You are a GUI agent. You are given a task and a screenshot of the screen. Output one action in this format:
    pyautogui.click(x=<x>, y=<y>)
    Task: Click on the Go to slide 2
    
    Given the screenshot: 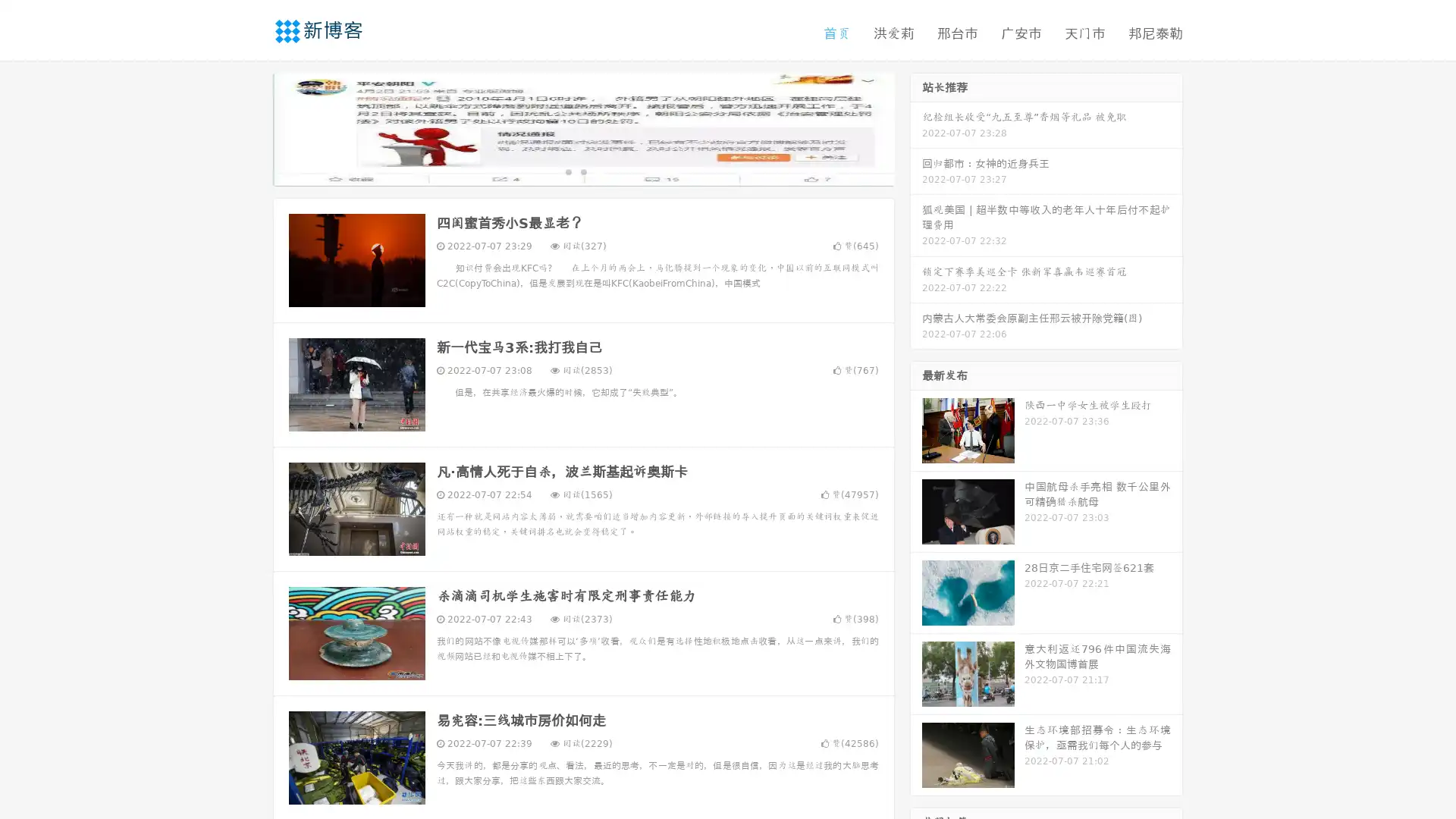 What is the action you would take?
    pyautogui.click(x=582, y=171)
    